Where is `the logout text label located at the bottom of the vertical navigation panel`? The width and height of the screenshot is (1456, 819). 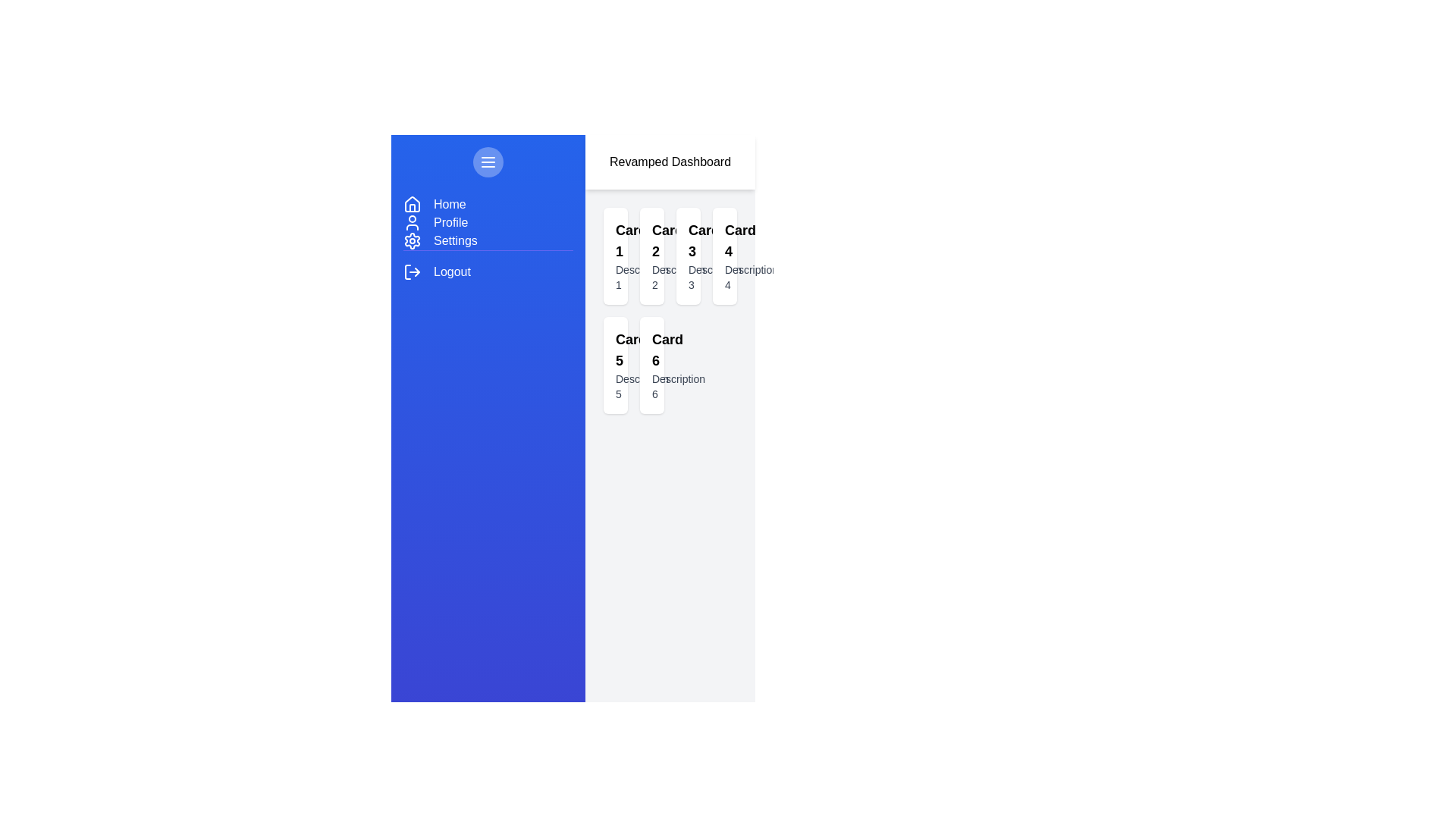 the logout text label located at the bottom of the vertical navigation panel is located at coordinates (451, 271).